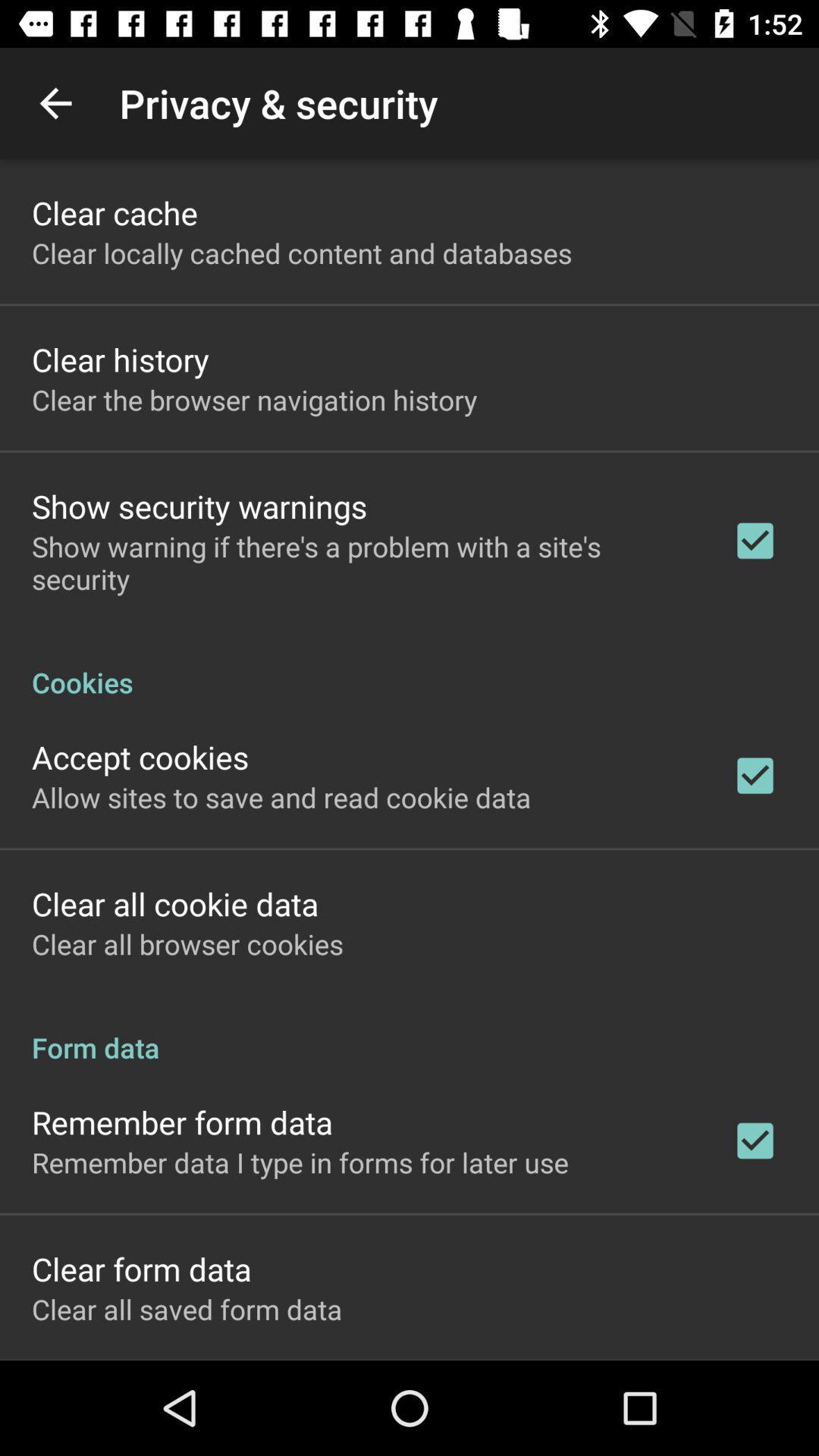 Image resolution: width=819 pixels, height=1456 pixels. I want to click on icon below clear cache, so click(302, 253).